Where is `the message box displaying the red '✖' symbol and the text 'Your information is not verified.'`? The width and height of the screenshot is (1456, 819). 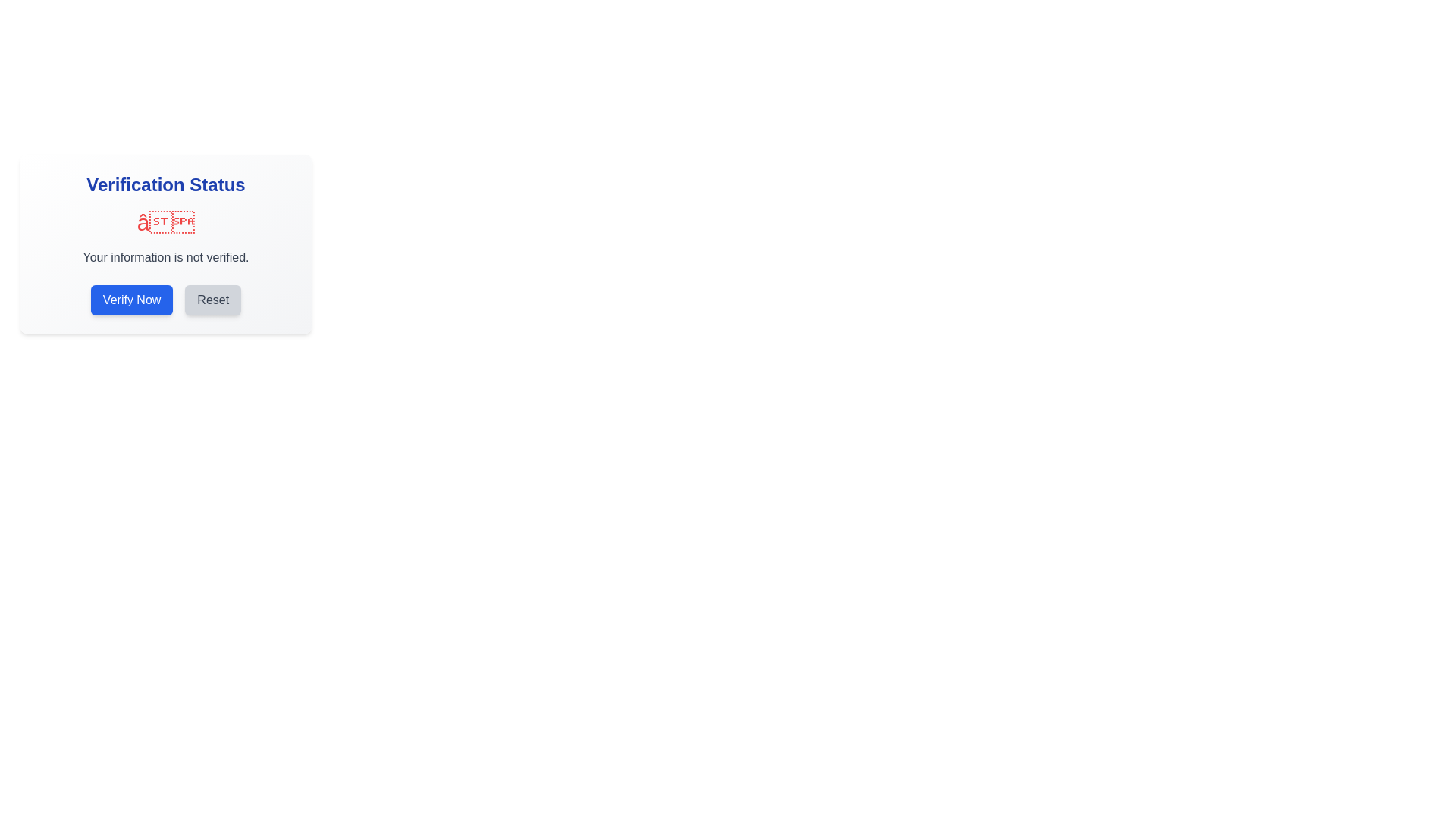 the message box displaying the red '✖' symbol and the text 'Your information is not verified.' is located at coordinates (166, 237).